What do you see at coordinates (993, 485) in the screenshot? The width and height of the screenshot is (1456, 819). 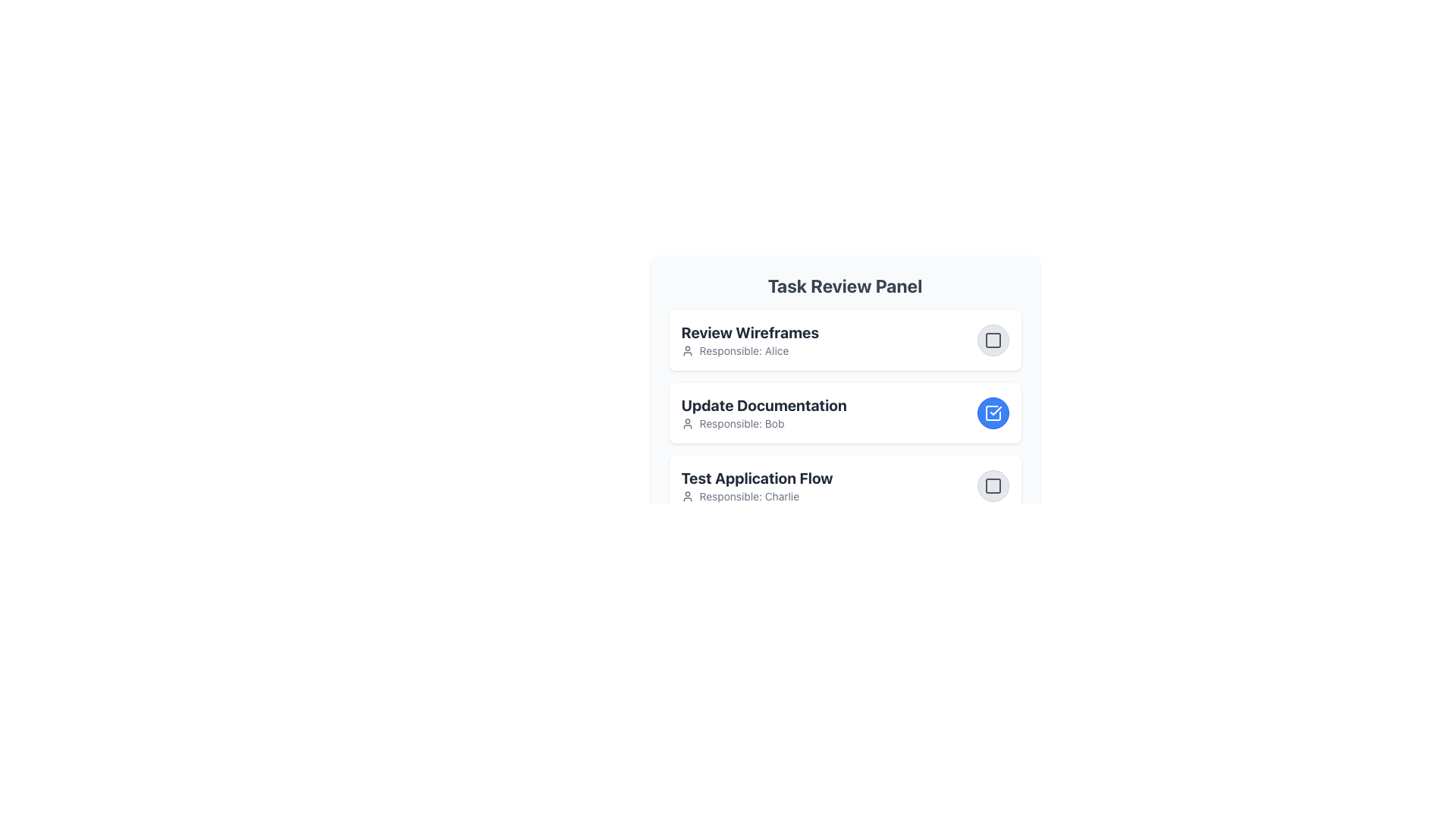 I see `the rounded rectangle button located in the bottom-right square icon of the 'Test Application Flow' task in the 'Task Review Panel'` at bounding box center [993, 485].